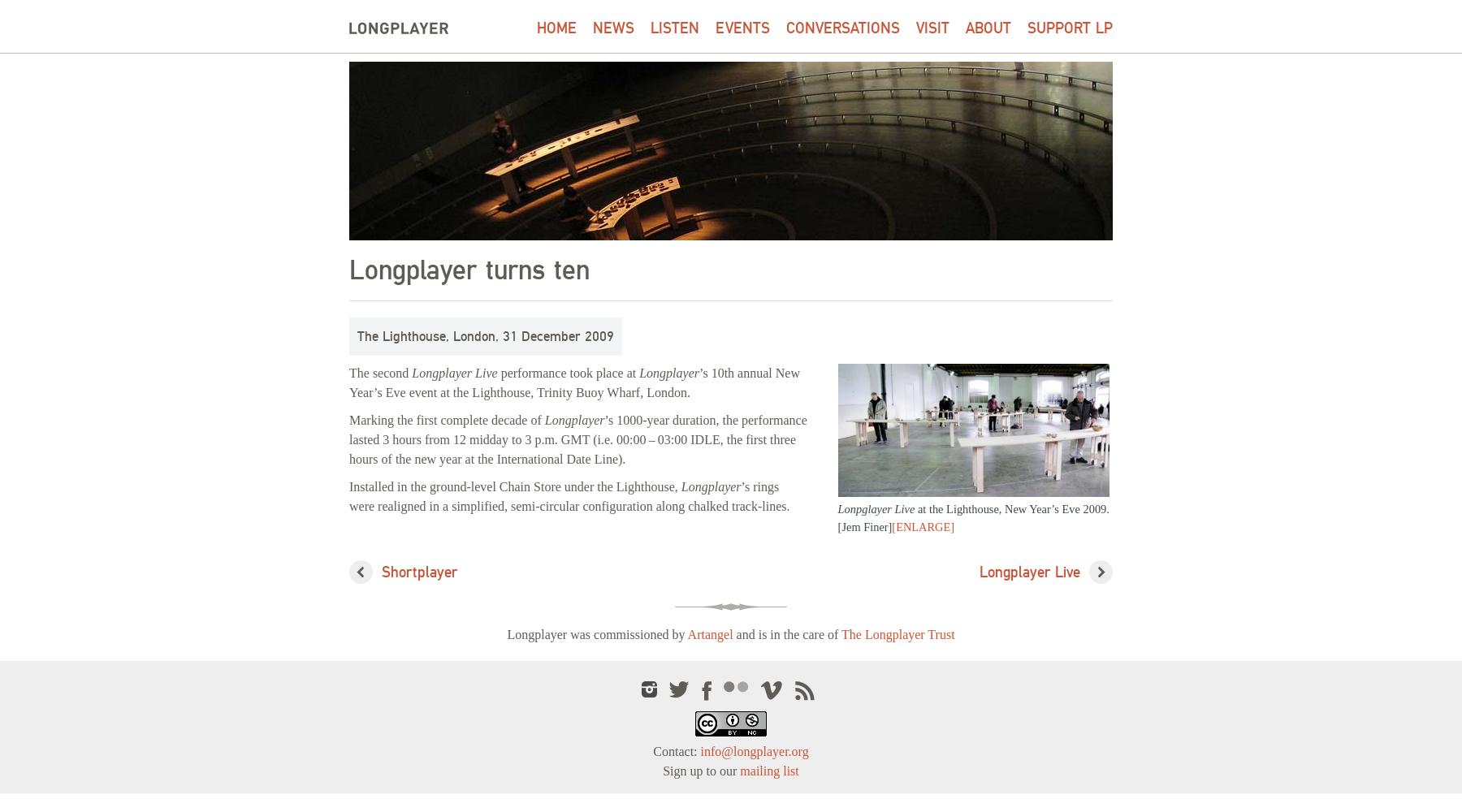 This screenshot has height=812, width=1462. I want to click on 'The second', so click(349, 372).